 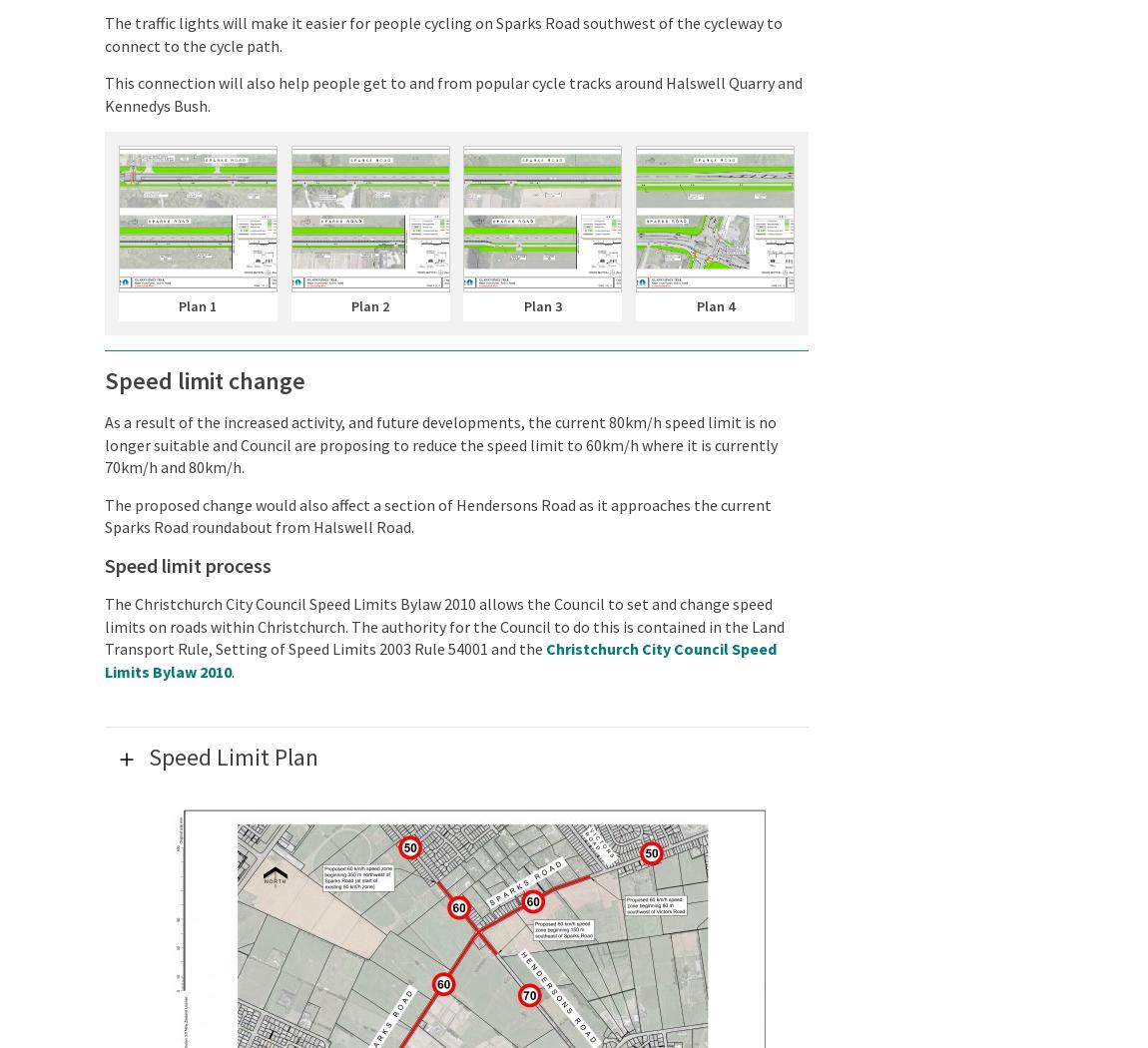 What do you see at coordinates (232, 670) in the screenshot?
I see `'.'` at bounding box center [232, 670].